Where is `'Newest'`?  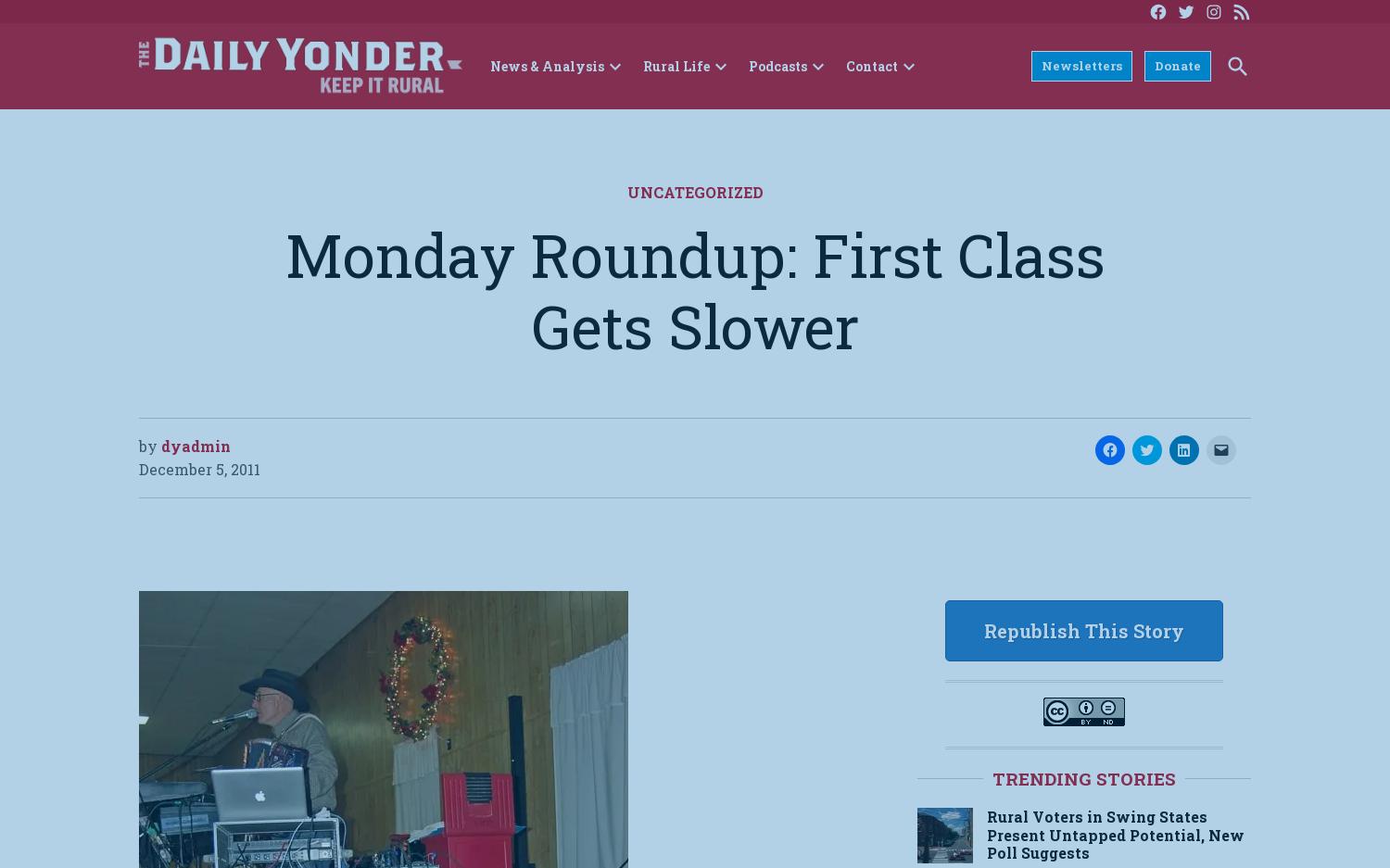
'Newest' is located at coordinates (892, 122).